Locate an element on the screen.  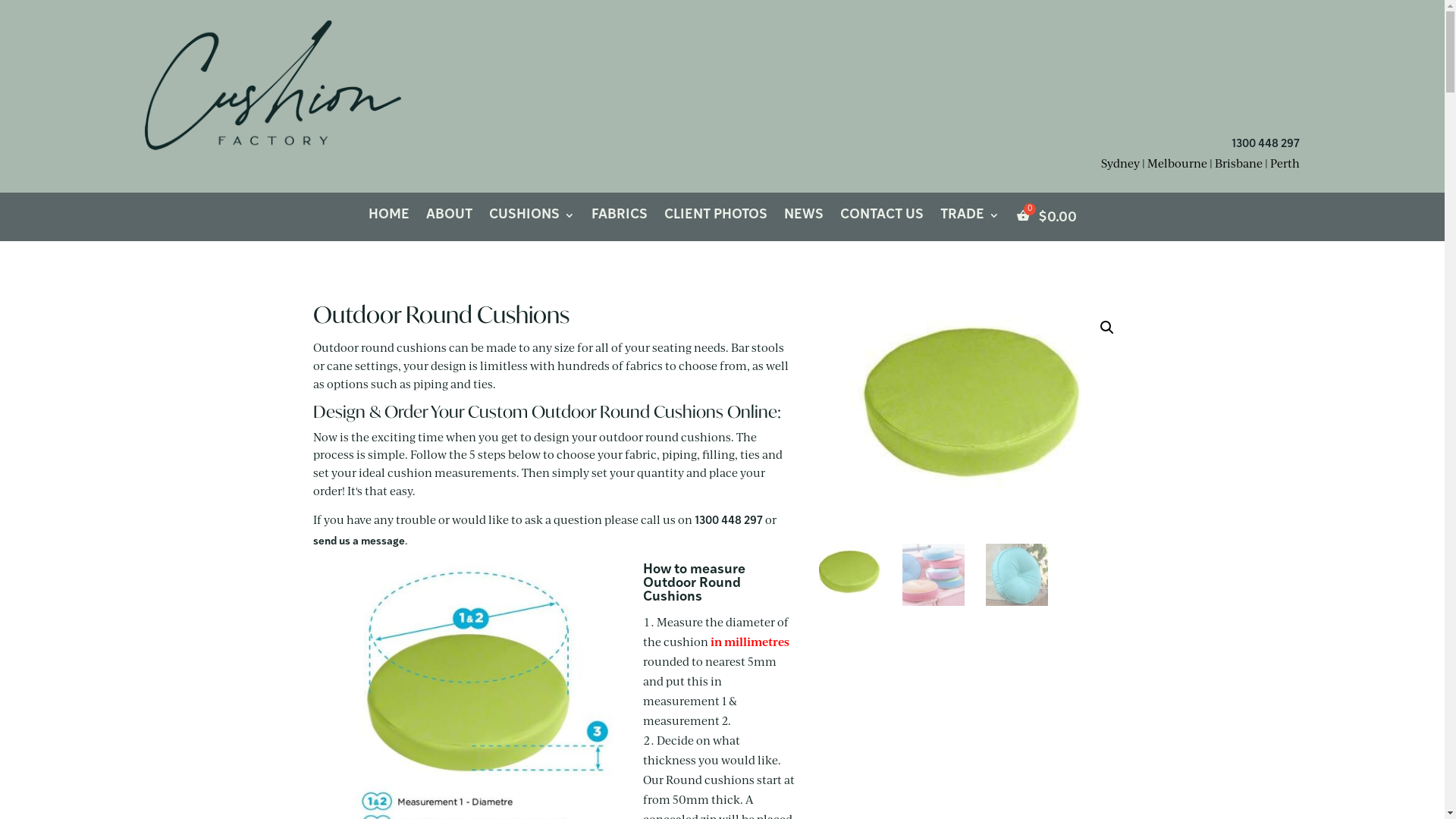
'1300 448 297' is located at coordinates (694, 520).